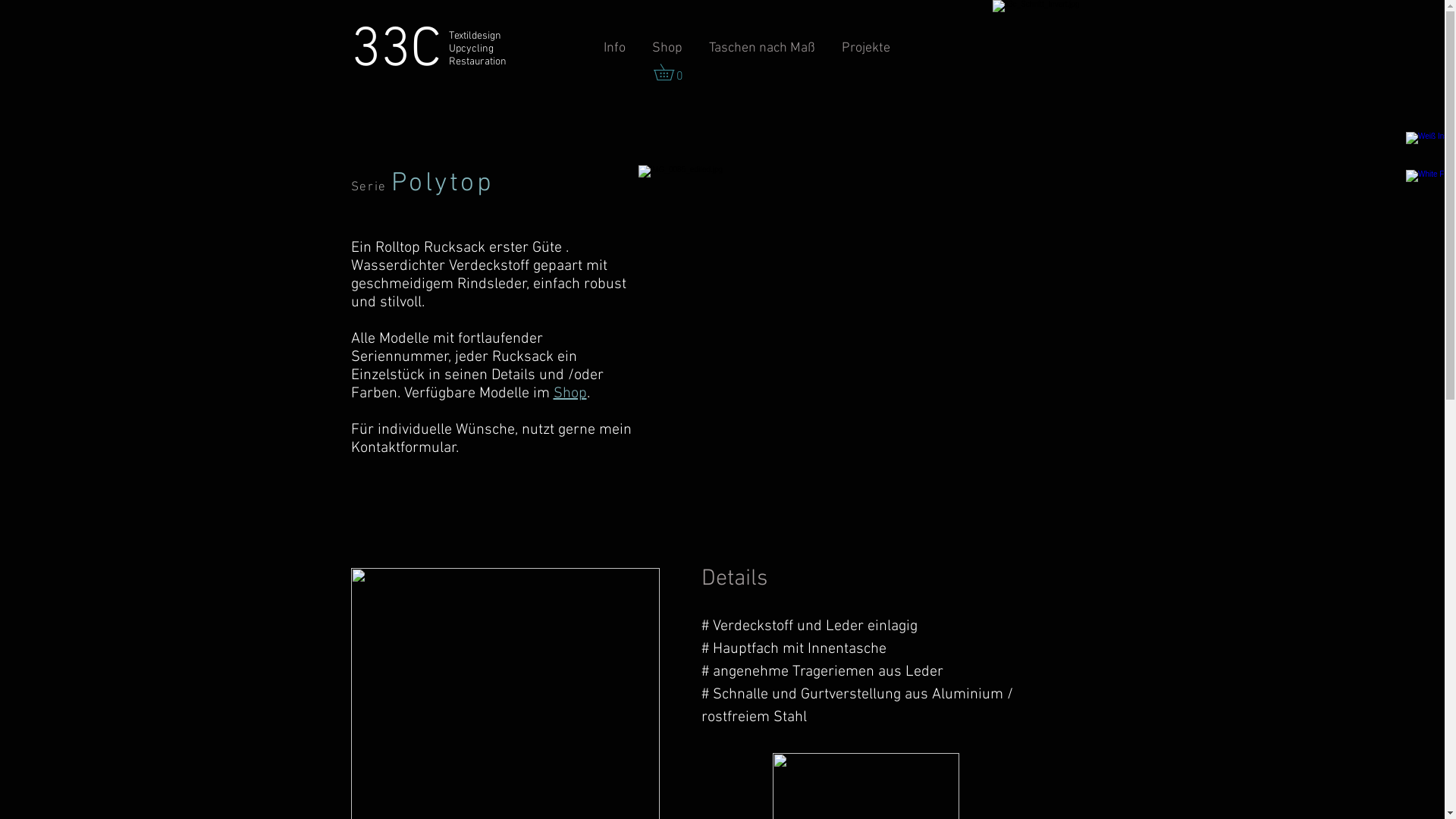  Describe the element at coordinates (614, 48) in the screenshot. I see `'Info'` at that location.